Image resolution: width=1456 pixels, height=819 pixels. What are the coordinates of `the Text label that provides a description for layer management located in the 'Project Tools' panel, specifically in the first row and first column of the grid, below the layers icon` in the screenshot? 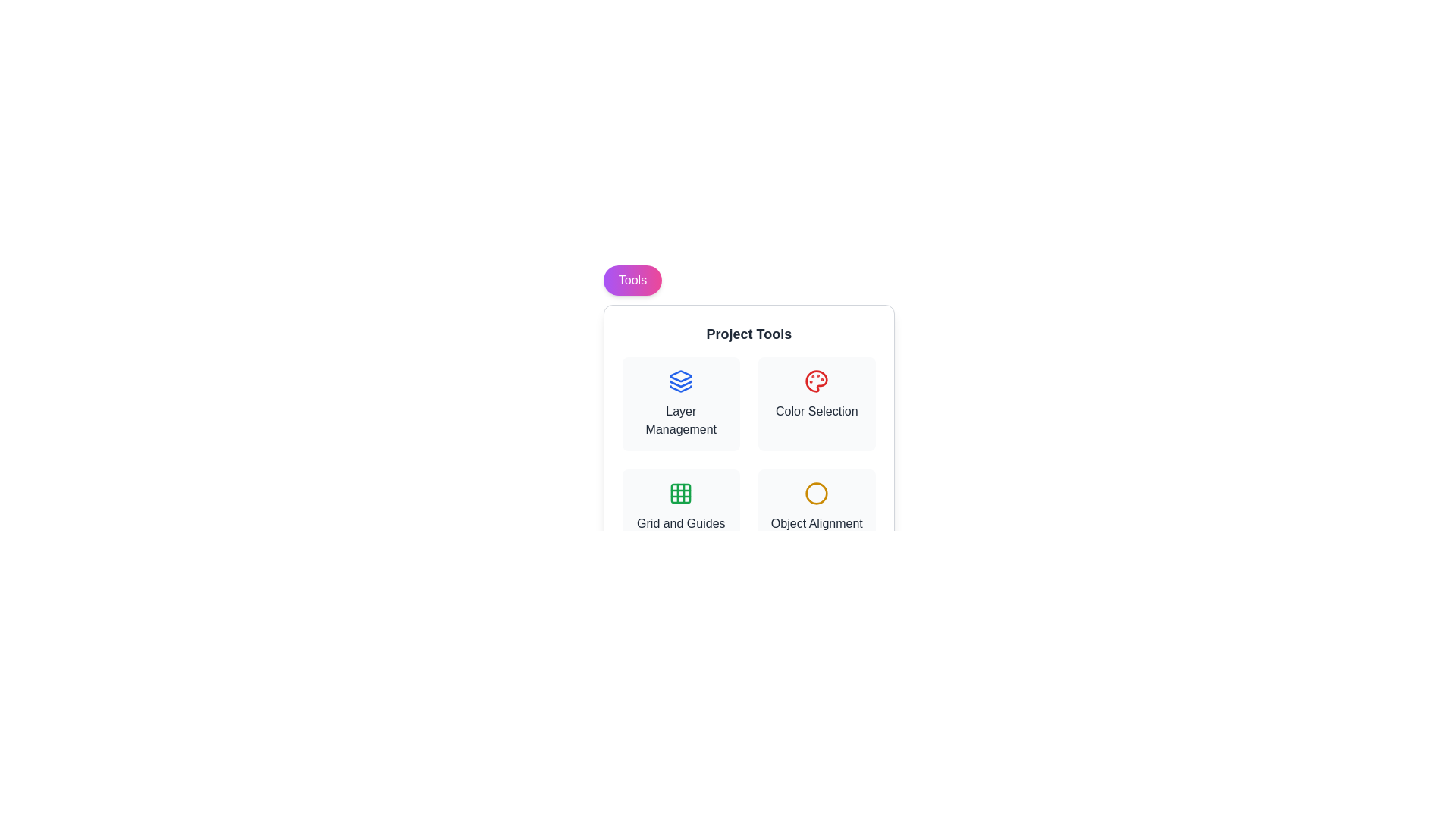 It's located at (680, 421).